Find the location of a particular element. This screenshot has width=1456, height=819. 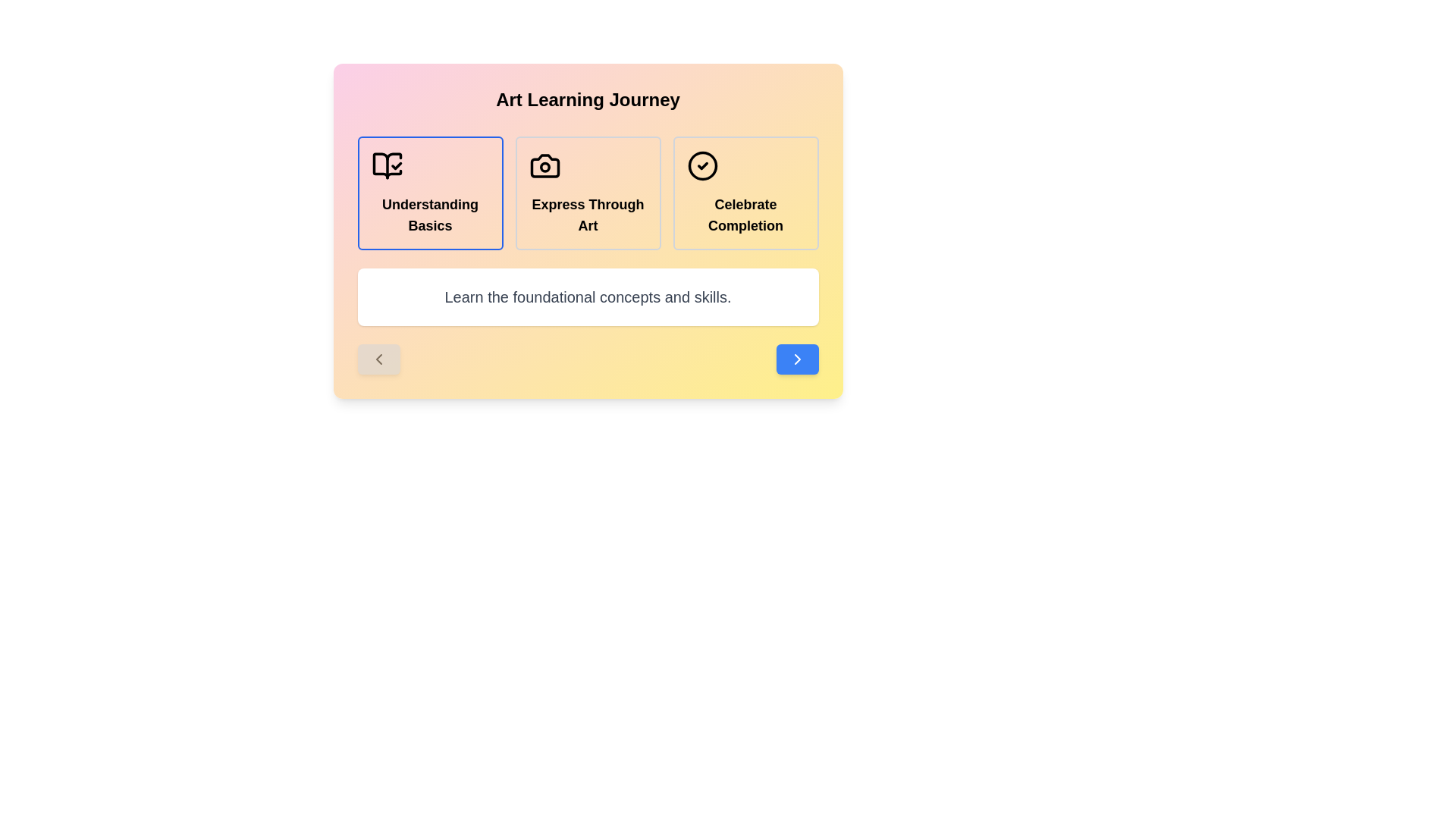

the icon representing the phase Express Through Art is located at coordinates (544, 166).